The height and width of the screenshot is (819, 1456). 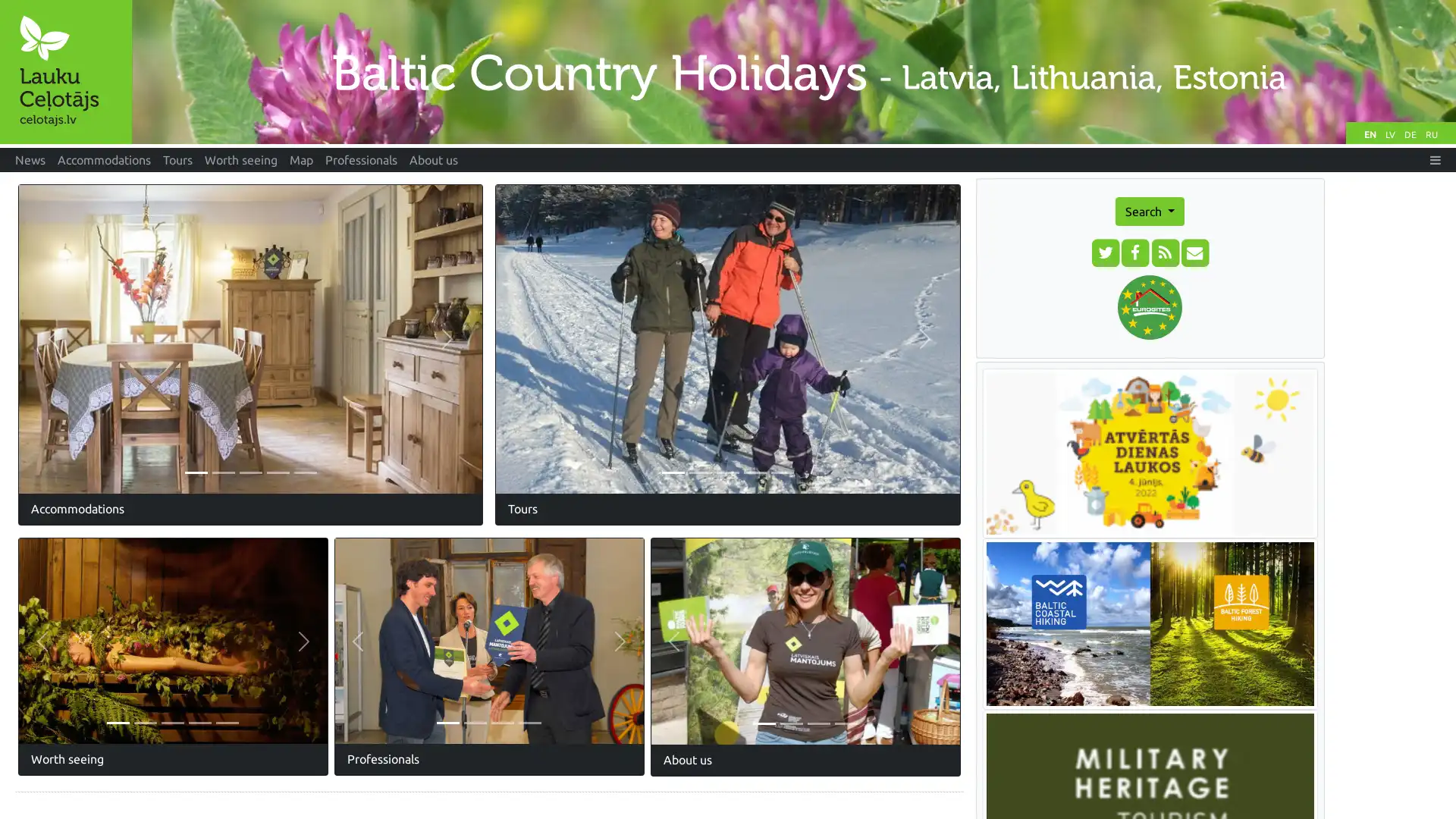 What do you see at coordinates (53, 338) in the screenshot?
I see `Previous` at bounding box center [53, 338].